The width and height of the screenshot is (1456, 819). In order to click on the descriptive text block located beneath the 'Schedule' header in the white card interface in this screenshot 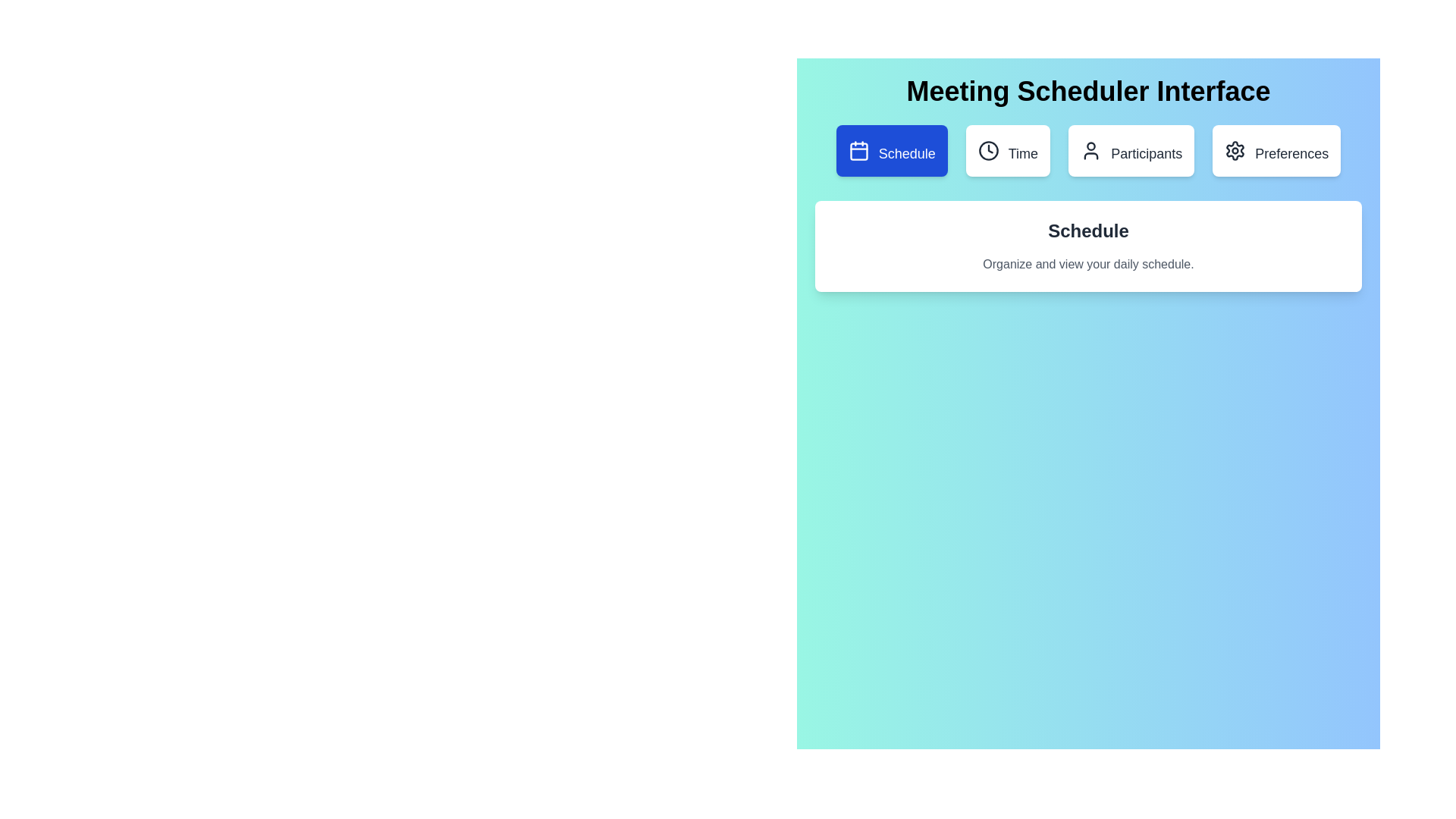, I will do `click(1087, 263)`.